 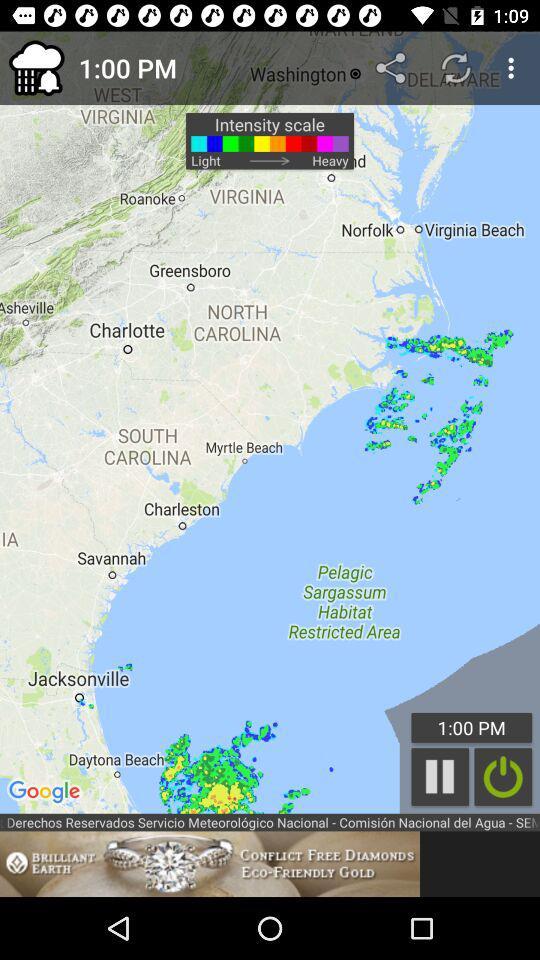 I want to click on item below national weather service icon, so click(x=209, y=863).